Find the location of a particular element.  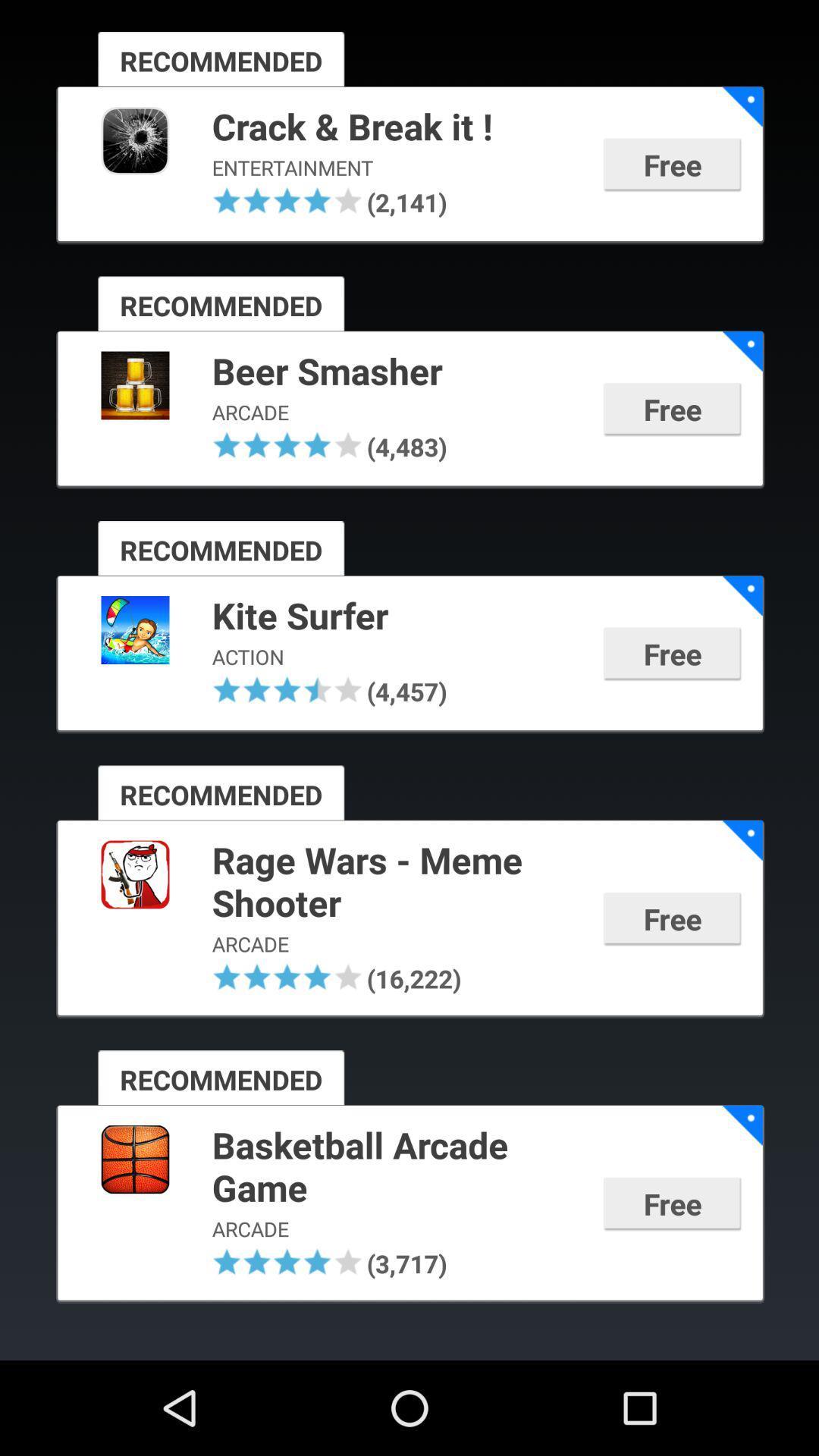

app below the arcade app is located at coordinates (347, 977).